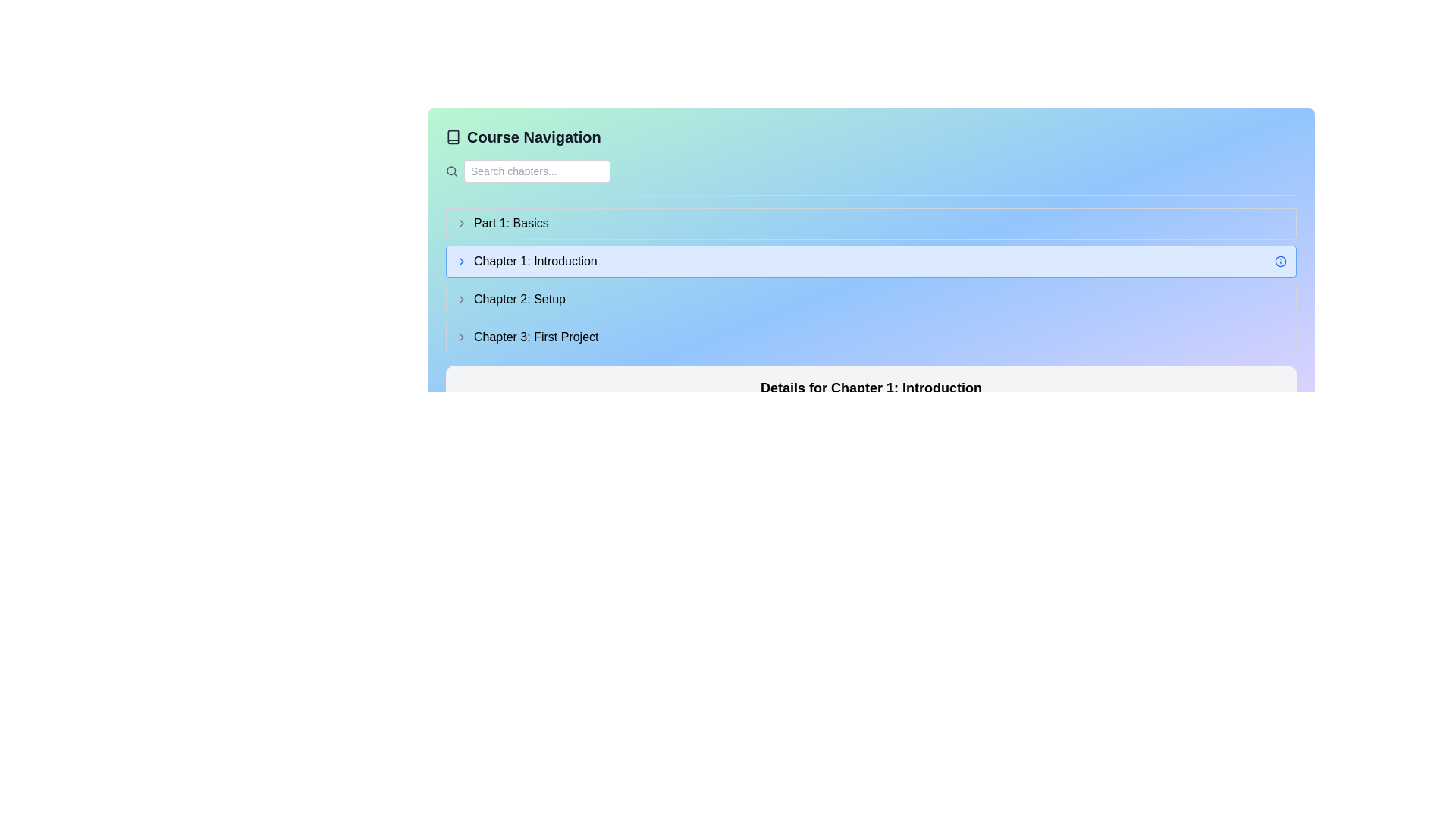 The height and width of the screenshot is (819, 1456). What do you see at coordinates (510, 299) in the screenshot?
I see `the 'Chapter 2: Setup' text label with a right-facing chevron icon` at bounding box center [510, 299].